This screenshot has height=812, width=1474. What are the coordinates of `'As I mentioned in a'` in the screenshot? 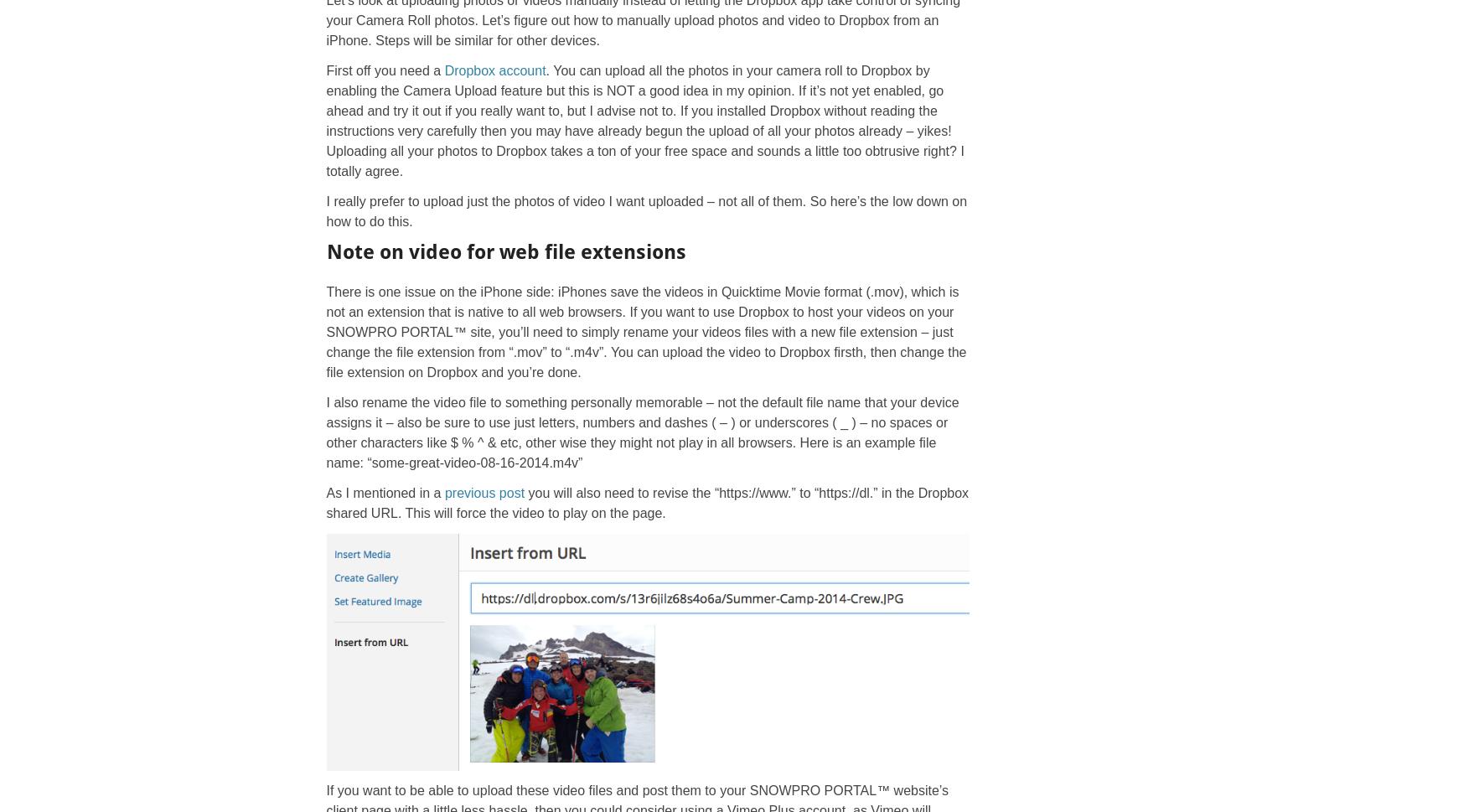 It's located at (385, 492).